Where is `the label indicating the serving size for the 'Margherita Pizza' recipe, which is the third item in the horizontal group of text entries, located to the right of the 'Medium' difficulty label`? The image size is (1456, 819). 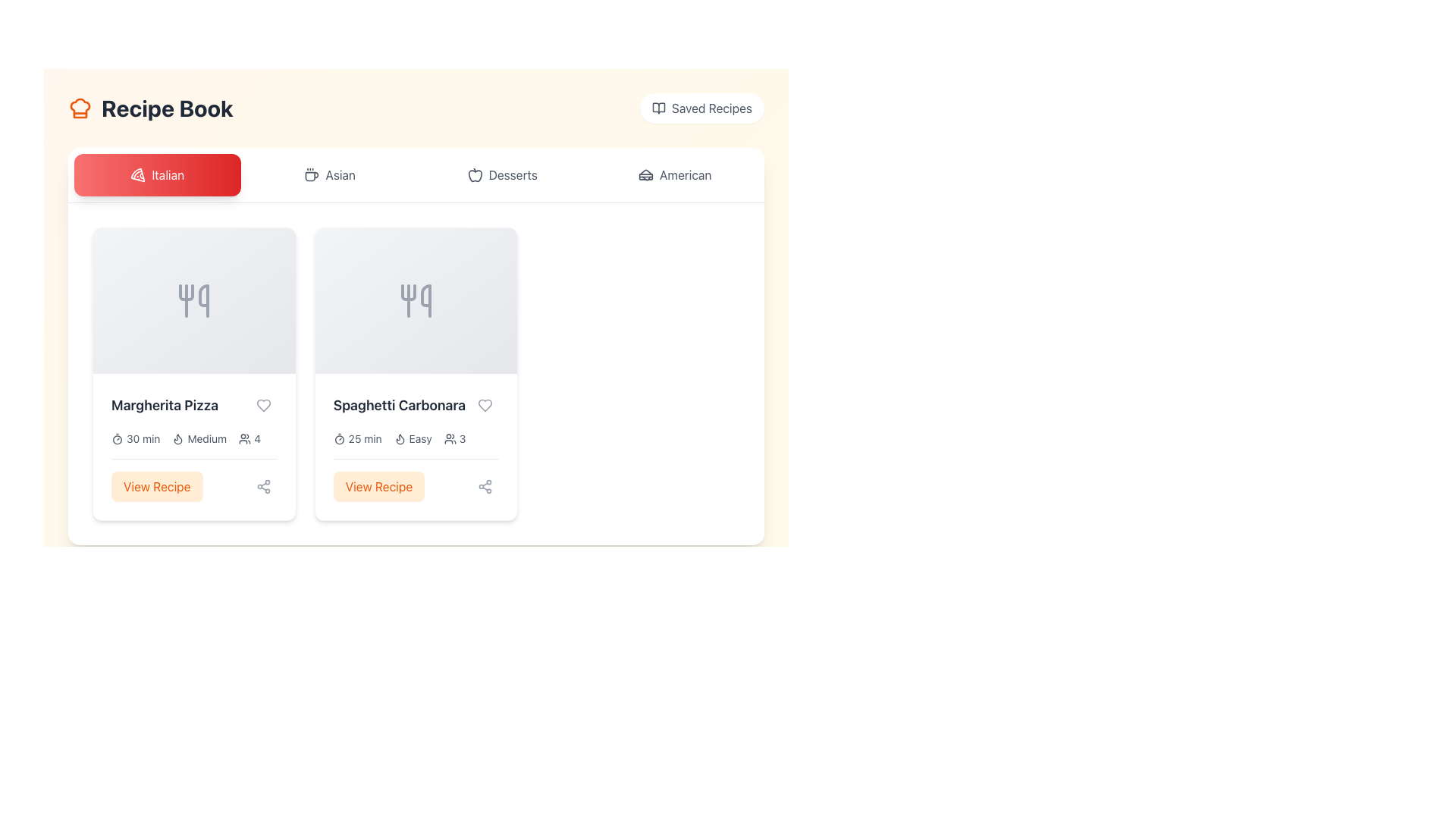 the label indicating the serving size for the 'Margherita Pizza' recipe, which is the third item in the horizontal group of text entries, located to the right of the 'Medium' difficulty label is located at coordinates (249, 438).